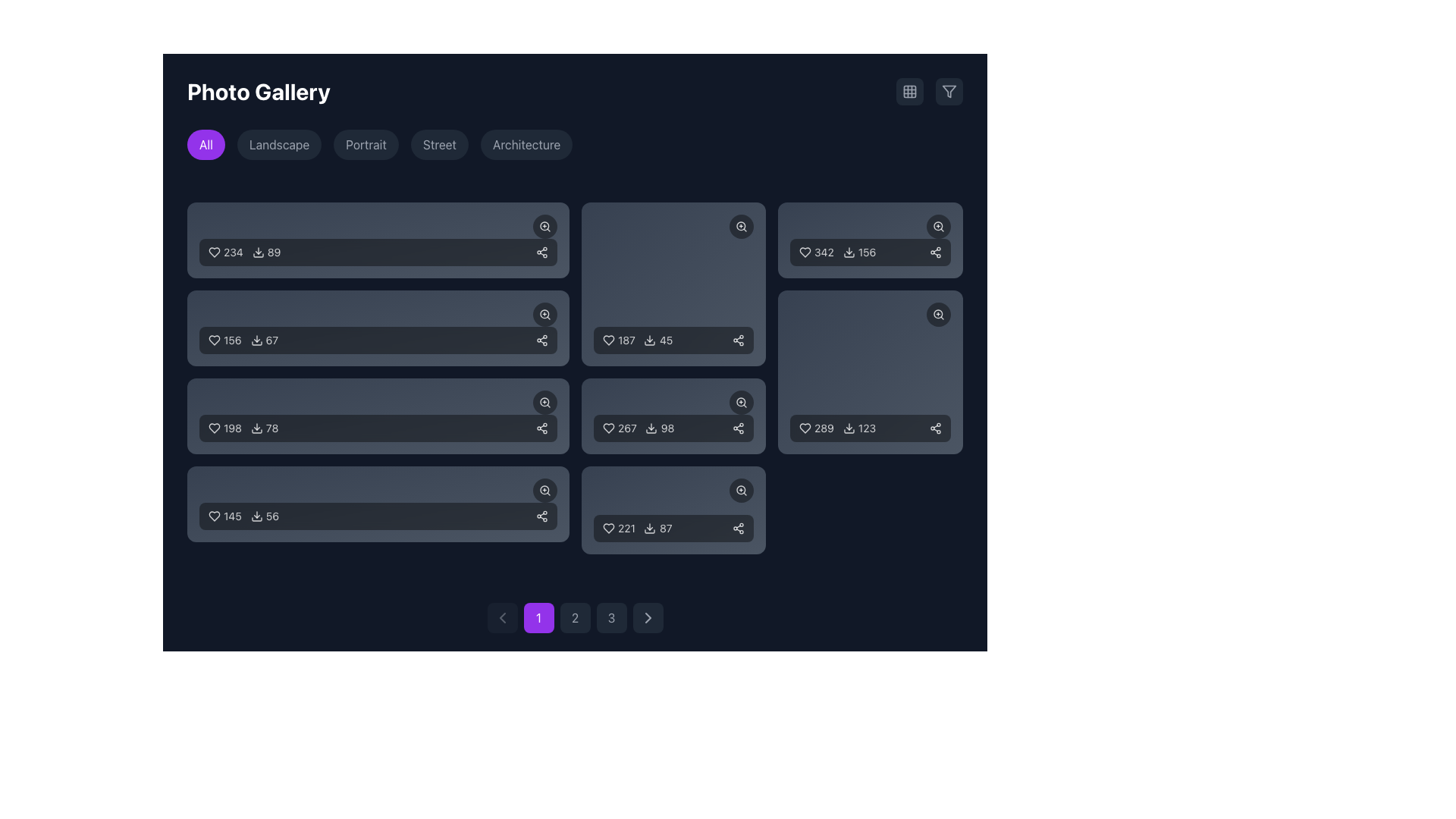 The height and width of the screenshot is (819, 1456). What do you see at coordinates (867, 251) in the screenshot?
I see `value displayed in the text label '156' which is styled in light-colored text on a dark background and is part of a horizontal set of items at the bottom of a card, positioned to the right of the download icon` at bounding box center [867, 251].